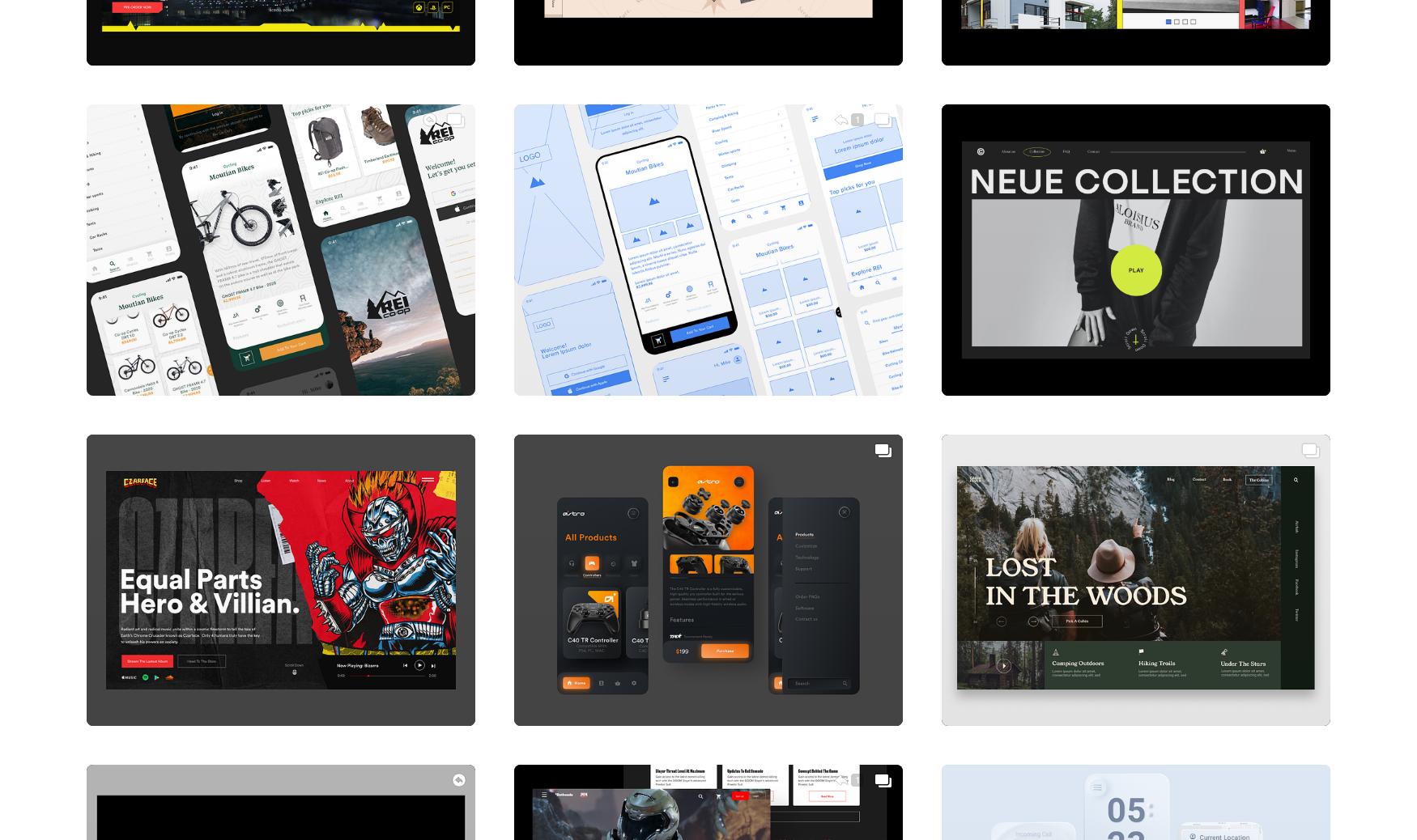  What do you see at coordinates (621, 31) in the screenshot?
I see `'Paradise Lost Site Exploration'` at bounding box center [621, 31].